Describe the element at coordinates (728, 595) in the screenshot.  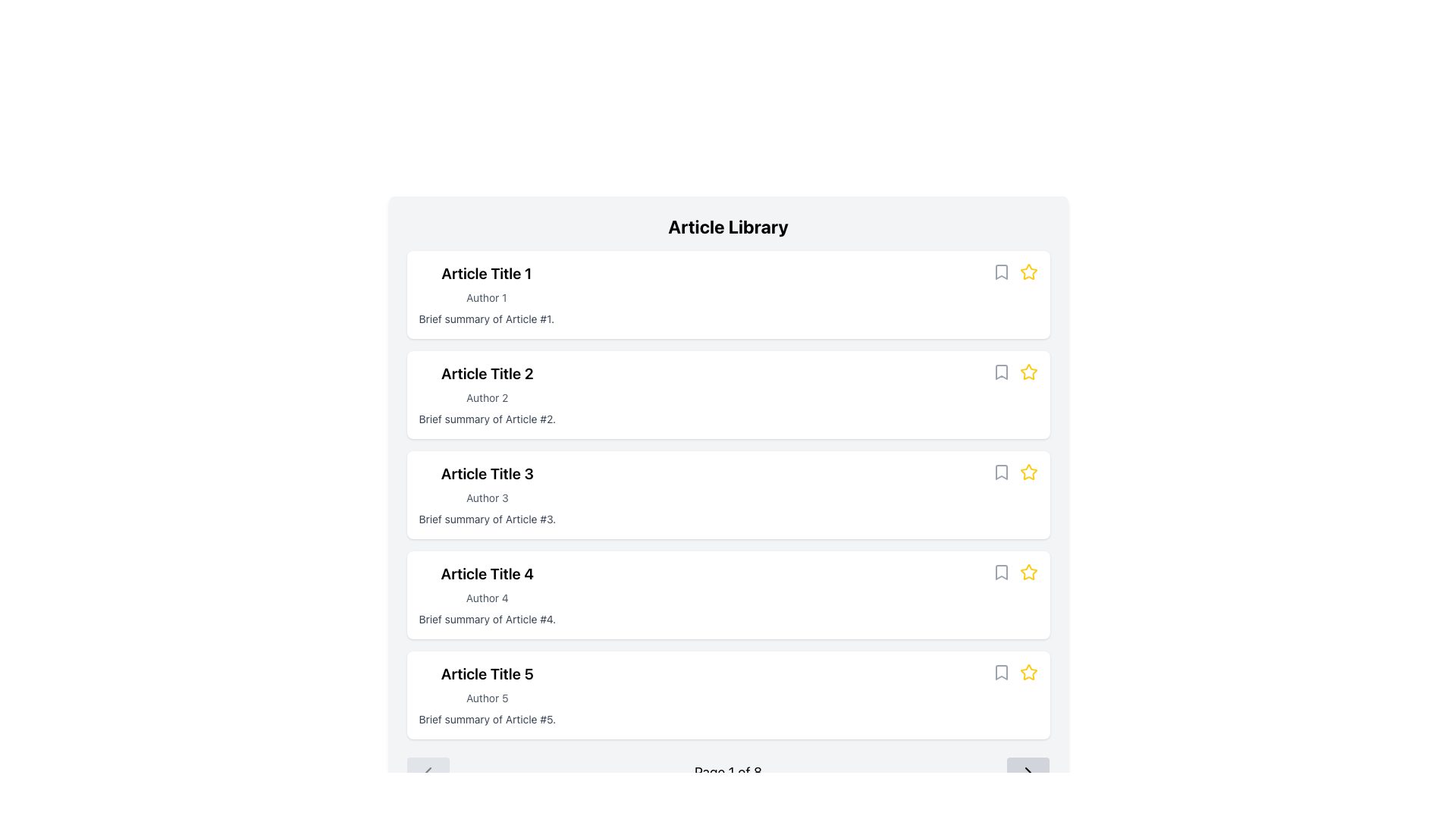
I see `title, author, and summary from the fourth article preview card in the vertical list of cards` at that location.